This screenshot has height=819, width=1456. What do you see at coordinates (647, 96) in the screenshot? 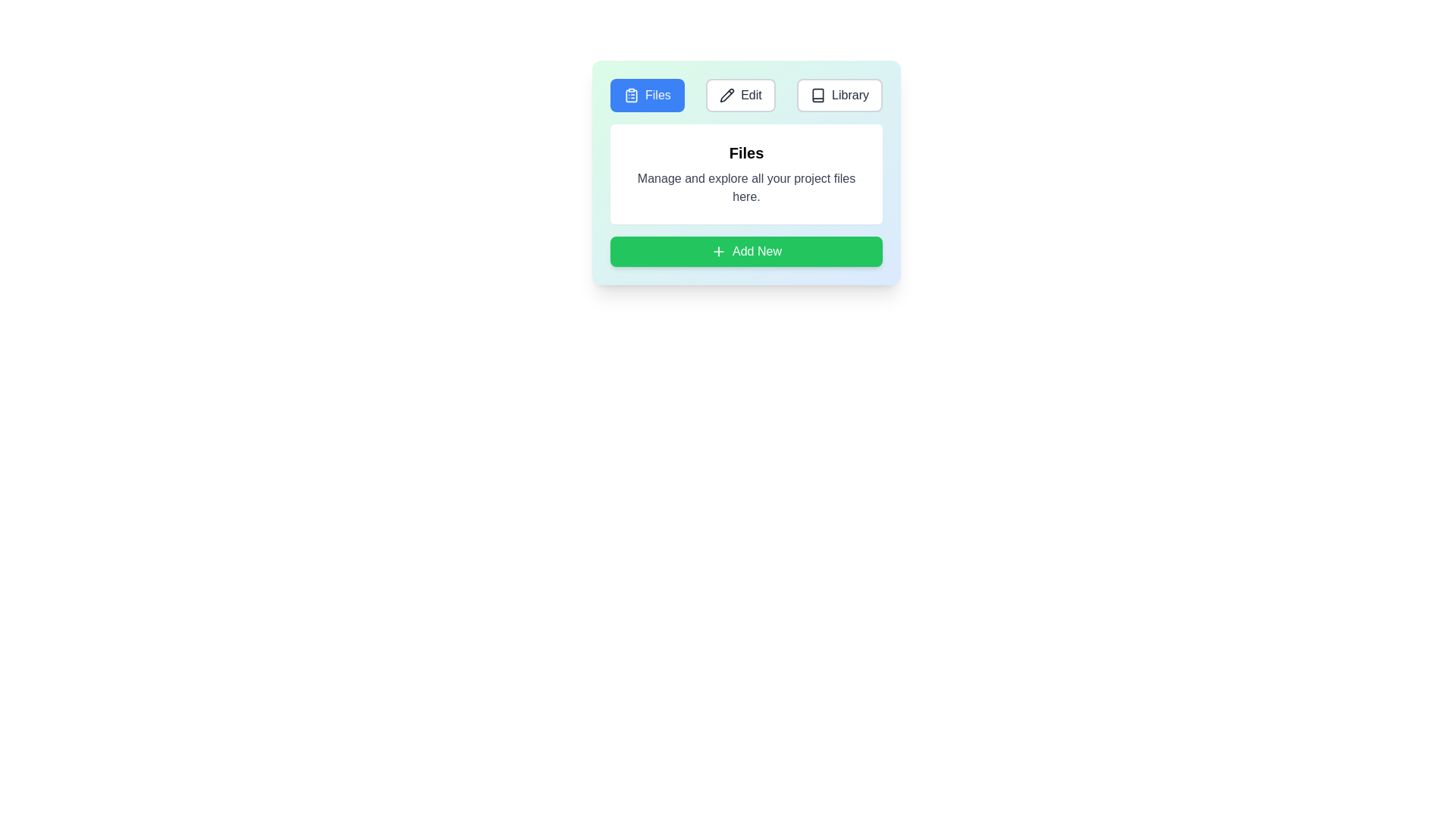
I see `the tab labeled Files` at bounding box center [647, 96].